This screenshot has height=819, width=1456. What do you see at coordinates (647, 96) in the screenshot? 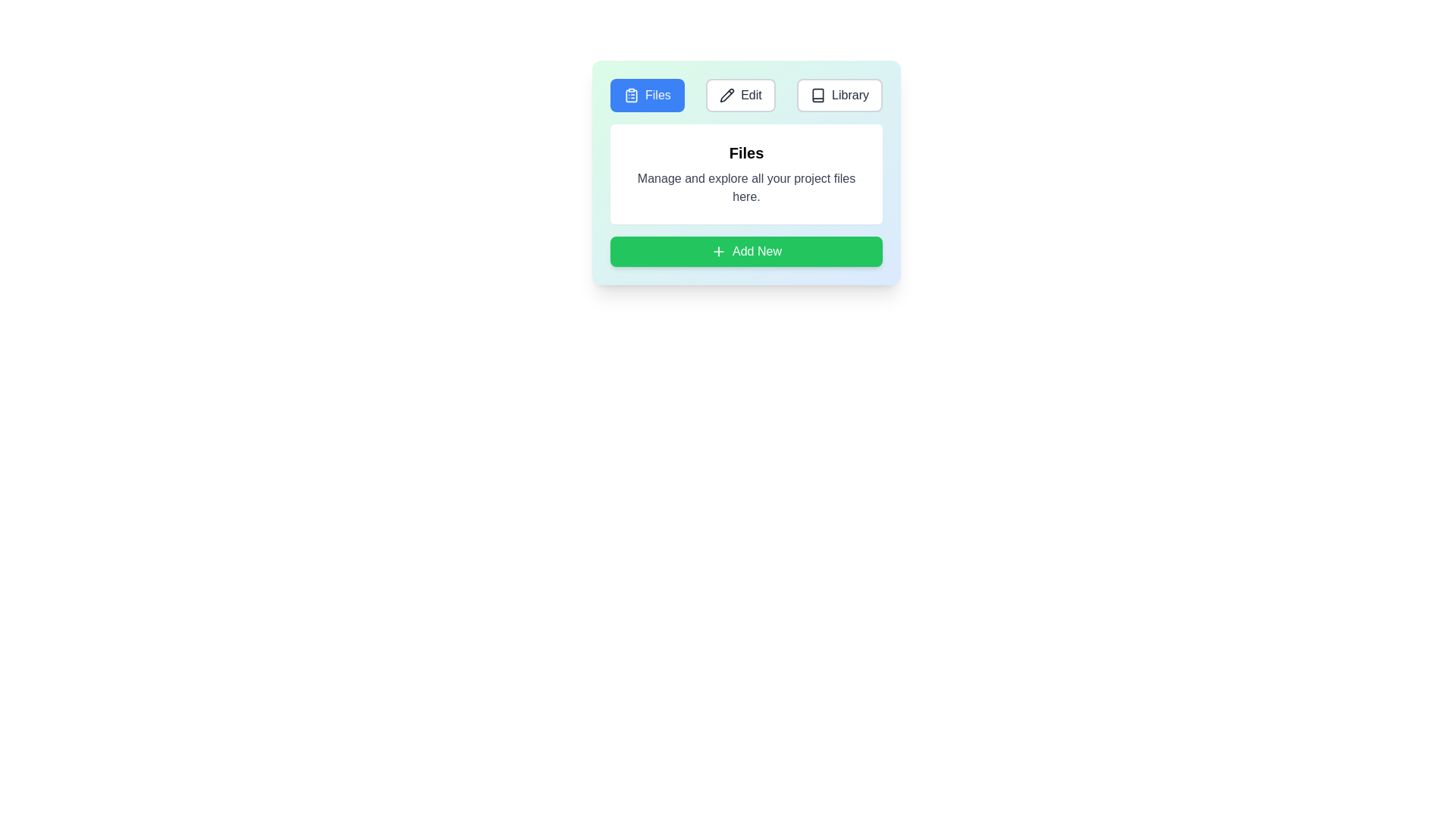
I see `the tab labeled Files` at bounding box center [647, 96].